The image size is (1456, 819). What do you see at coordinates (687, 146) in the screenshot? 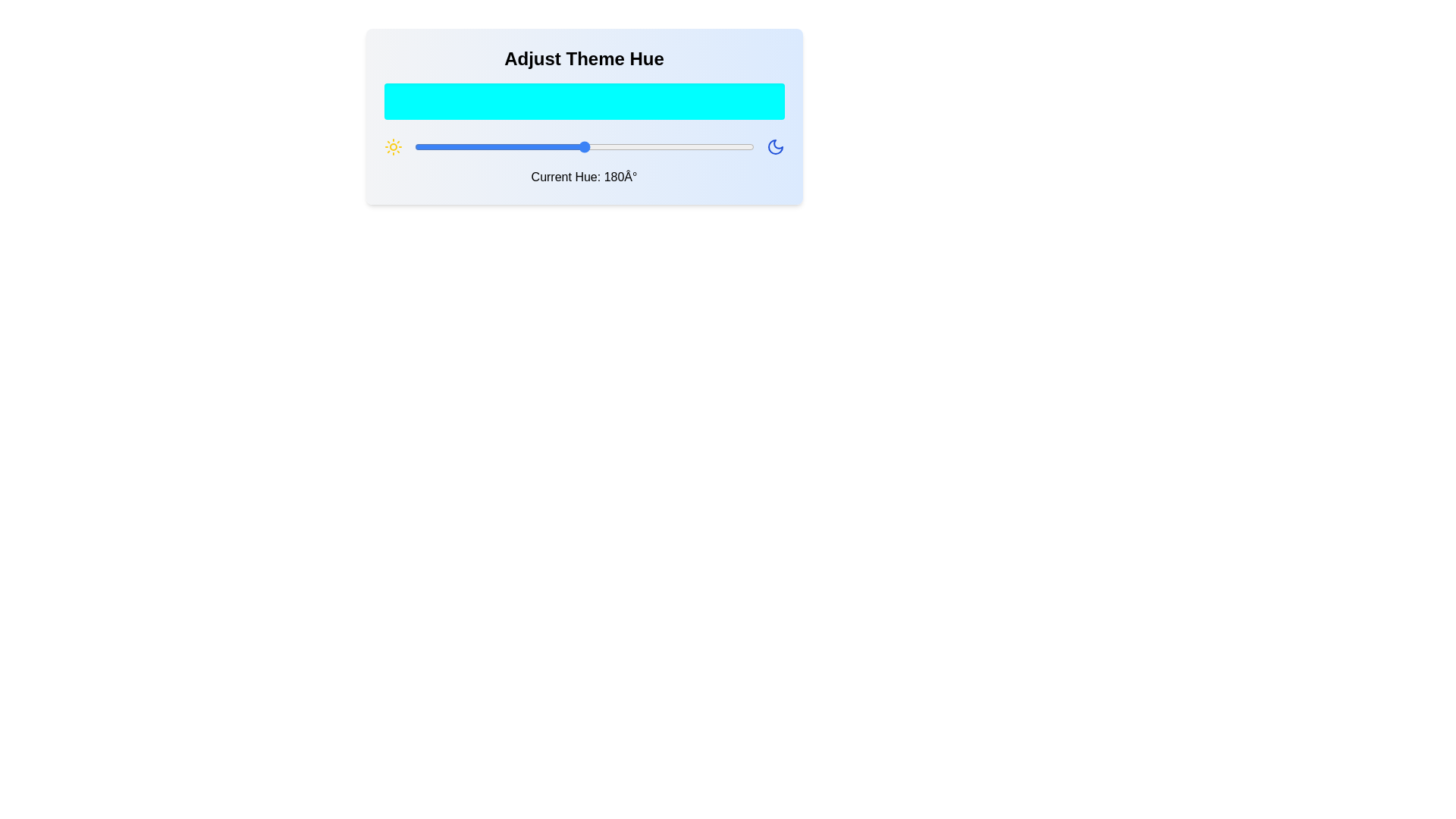
I see `the hue to 290 degrees by dragging the slider` at bounding box center [687, 146].